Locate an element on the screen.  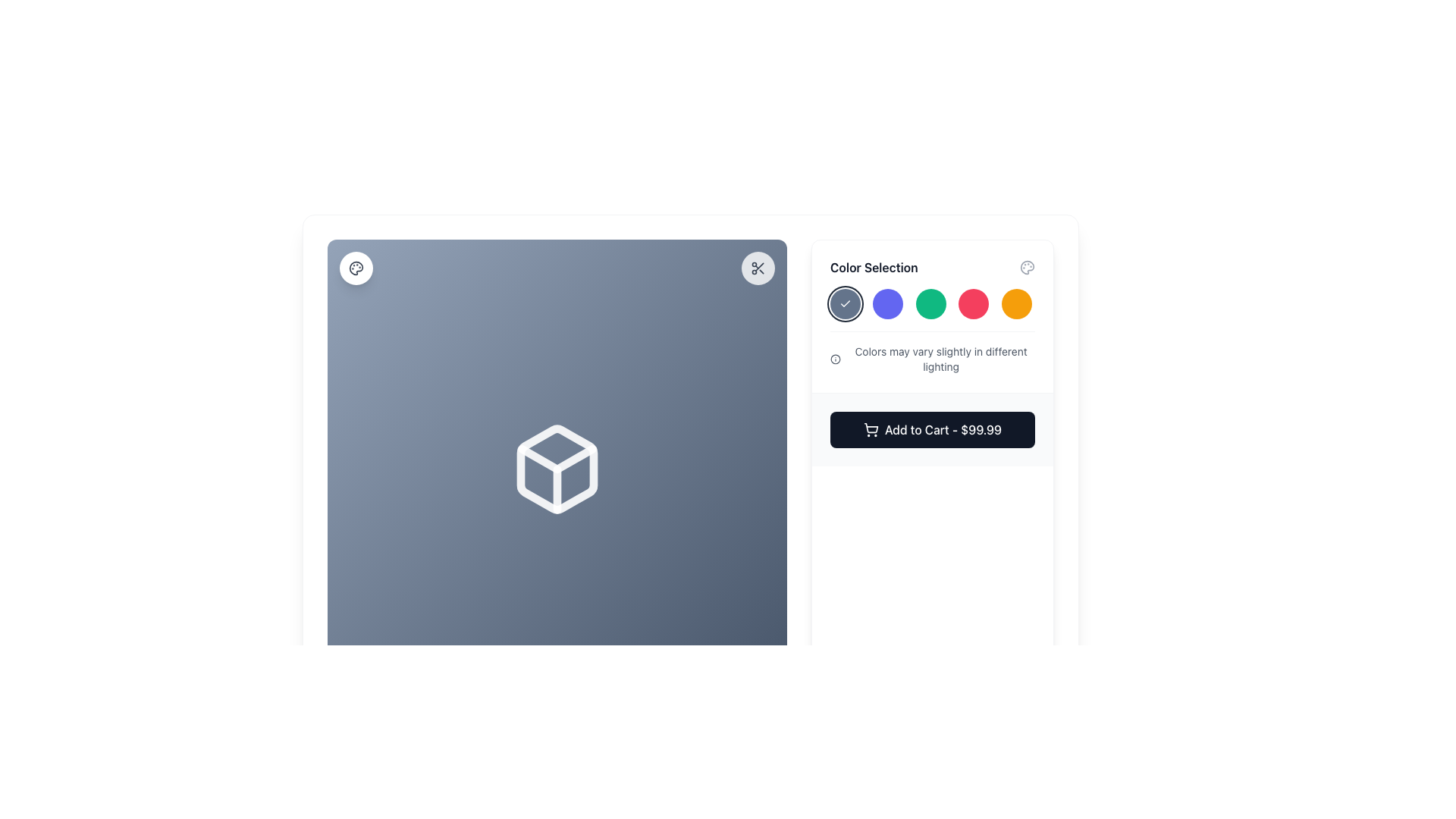
the circular outline element that is the outermost part of the 'info' icon located in the top-right section of the main panel is located at coordinates (835, 359).